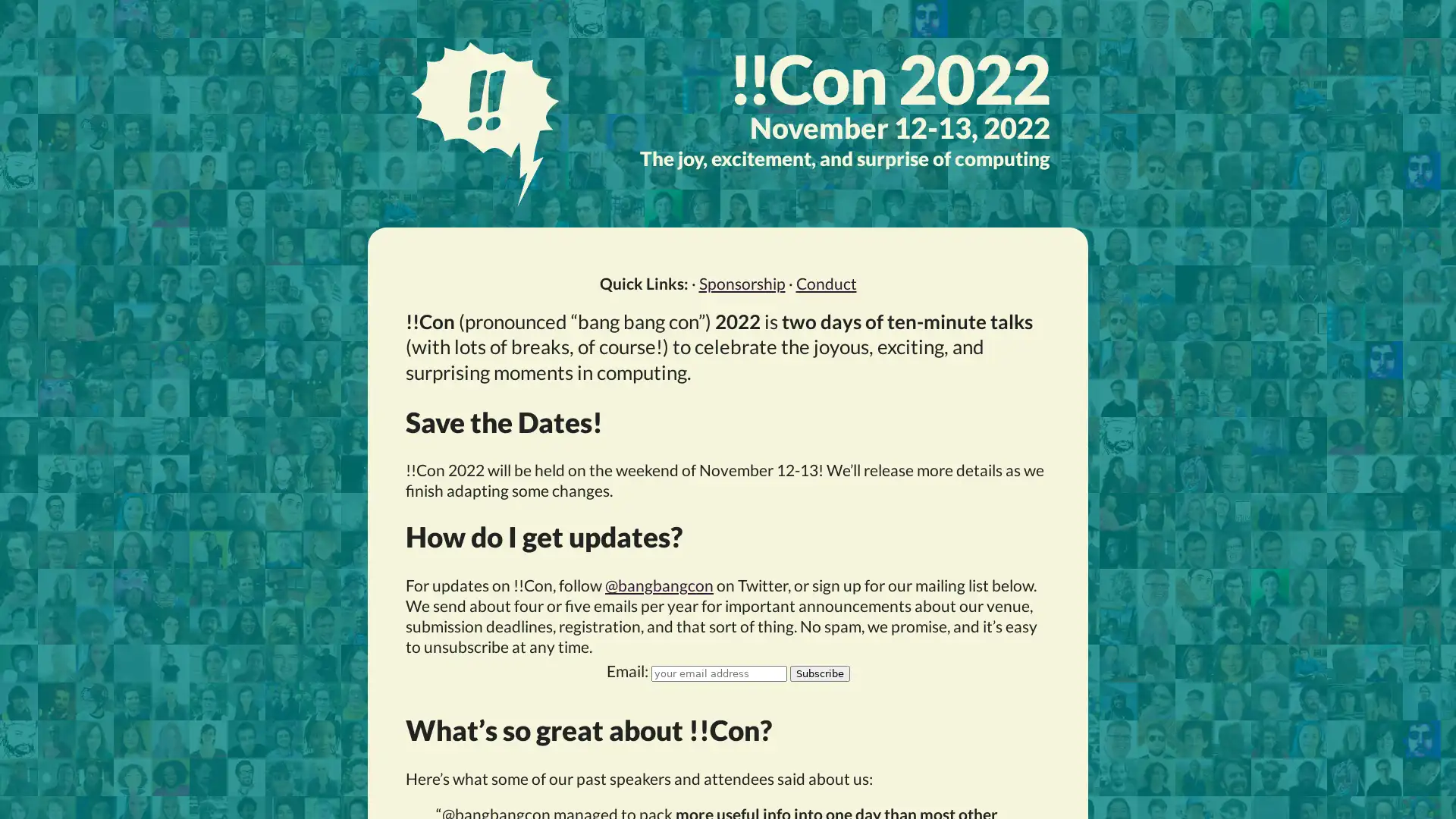 The image size is (1456, 819). What do you see at coordinates (818, 672) in the screenshot?
I see `Subscribe` at bounding box center [818, 672].